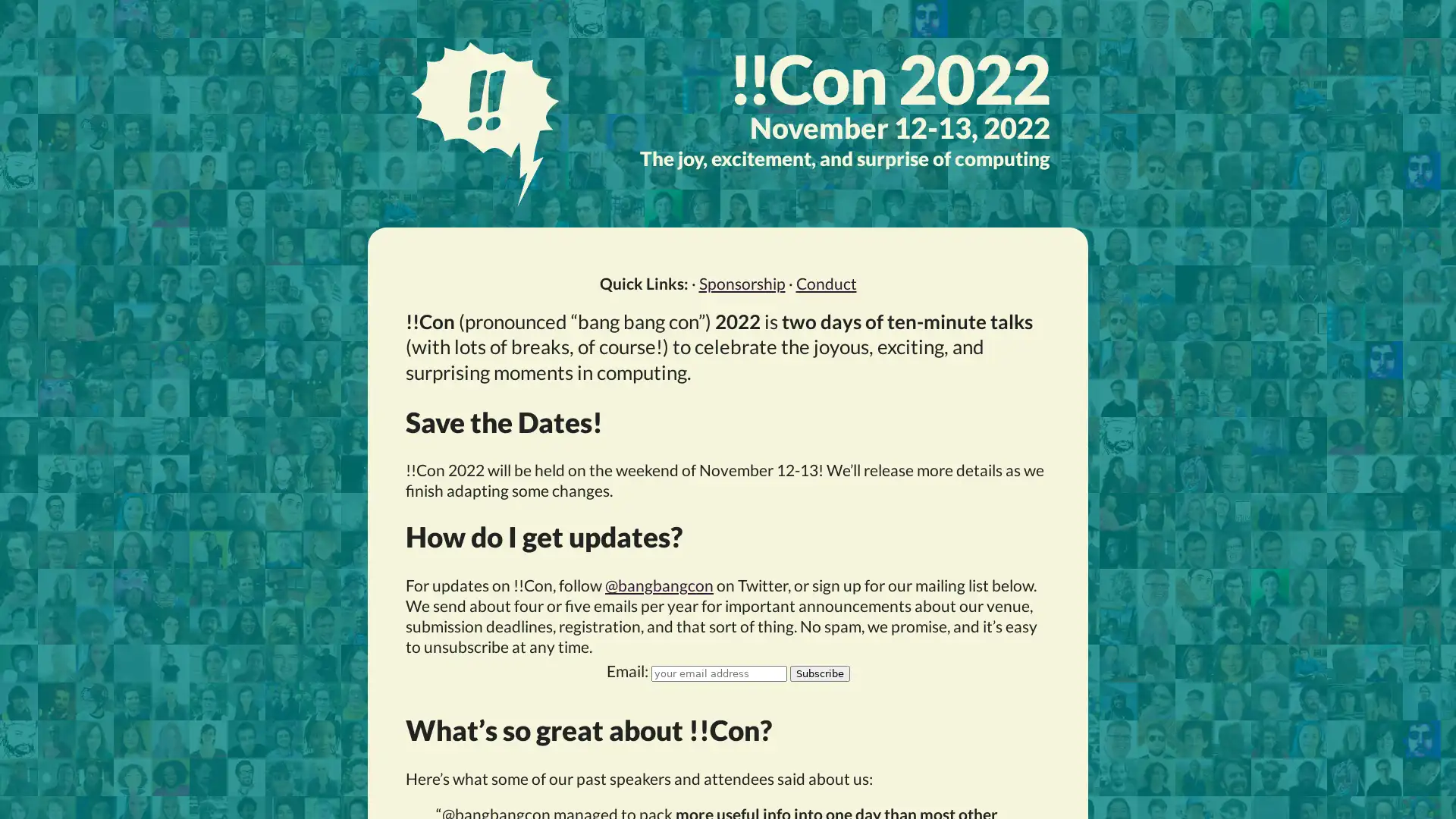 The image size is (1456, 819). What do you see at coordinates (818, 672) in the screenshot?
I see `Subscribe` at bounding box center [818, 672].